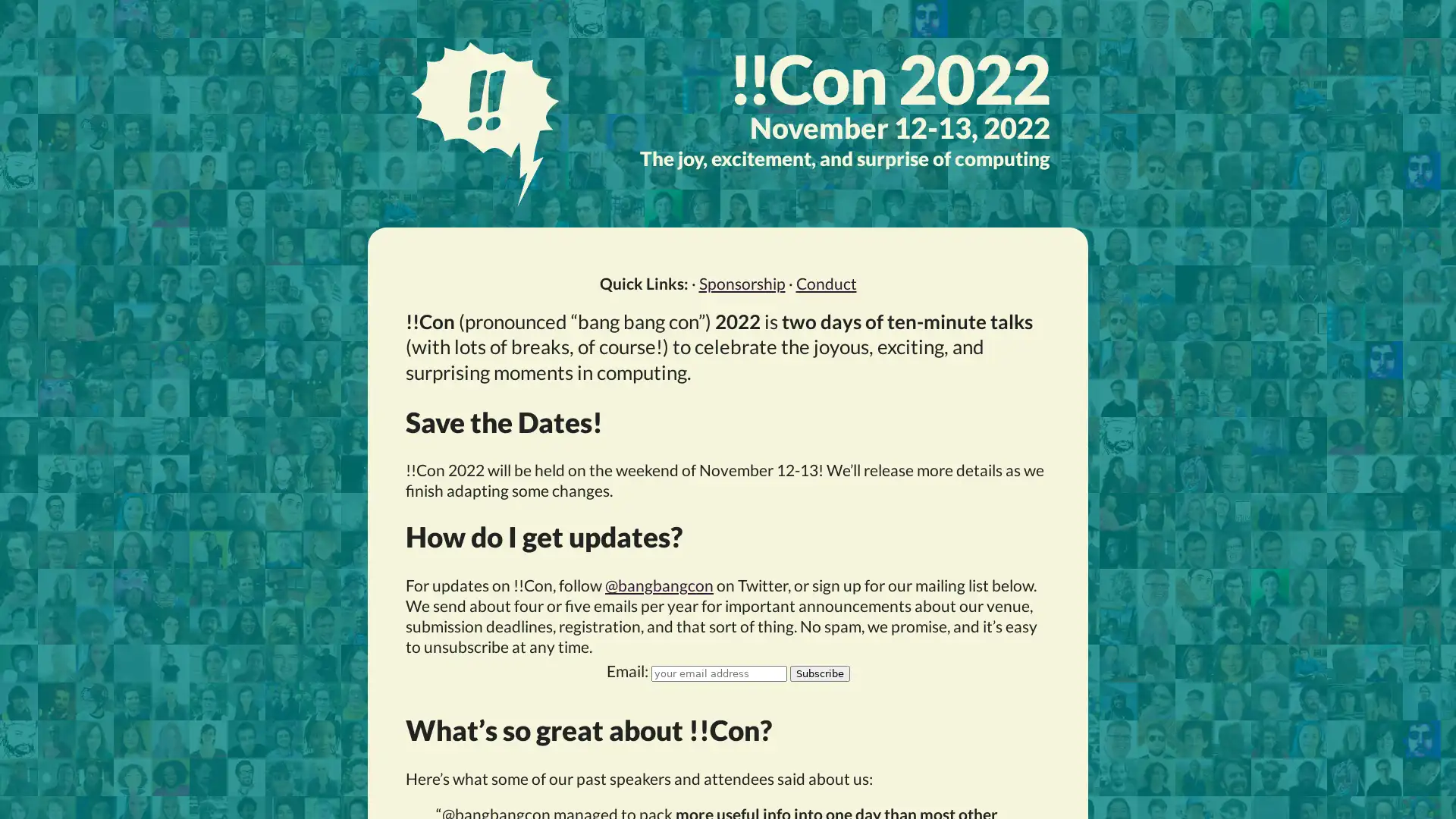 The image size is (1456, 819). What do you see at coordinates (818, 672) in the screenshot?
I see `Subscribe` at bounding box center [818, 672].